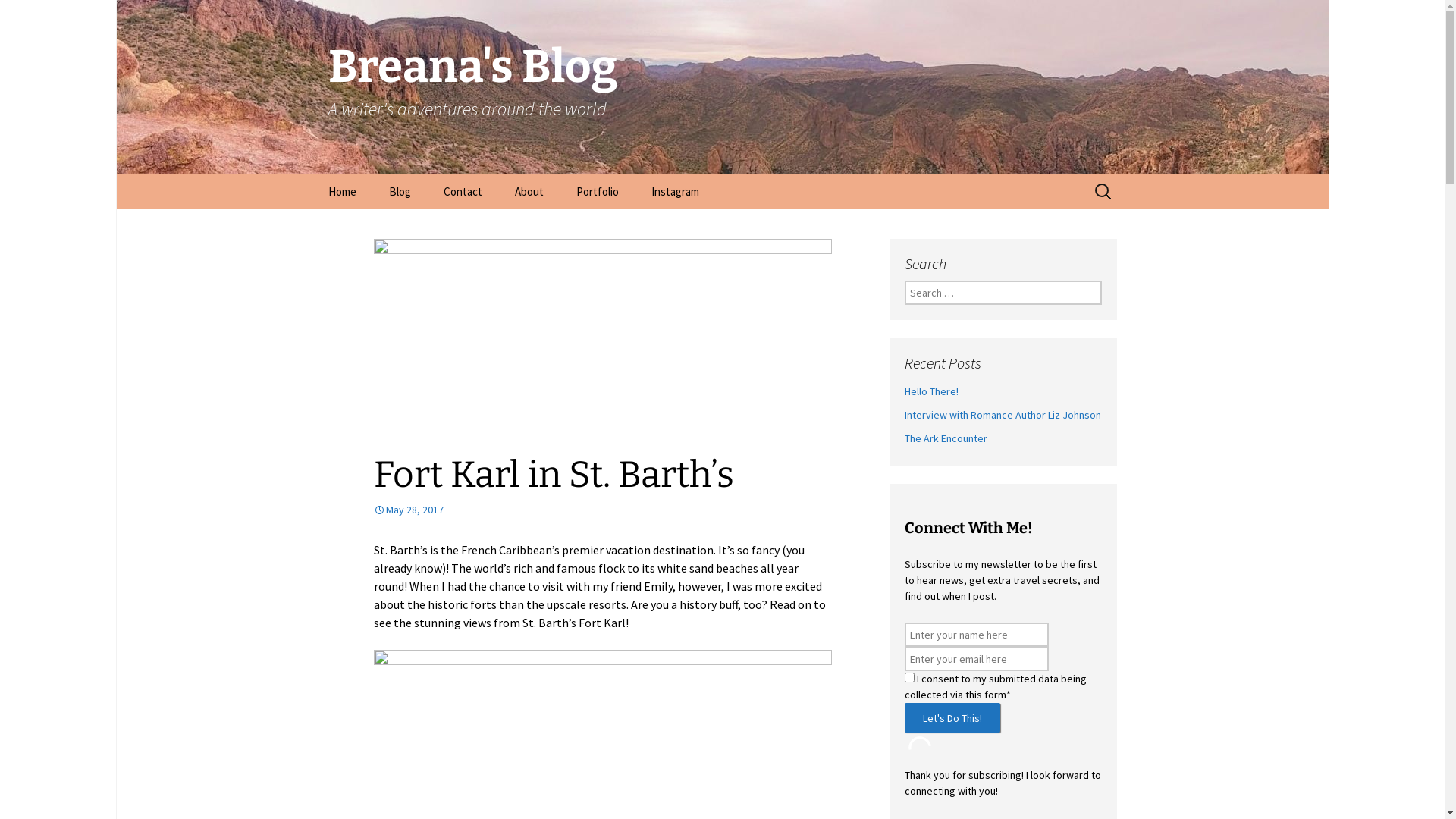 The width and height of the screenshot is (1456, 819). Describe the element at coordinates (975, 657) in the screenshot. I see `'Enter your email here'` at that location.